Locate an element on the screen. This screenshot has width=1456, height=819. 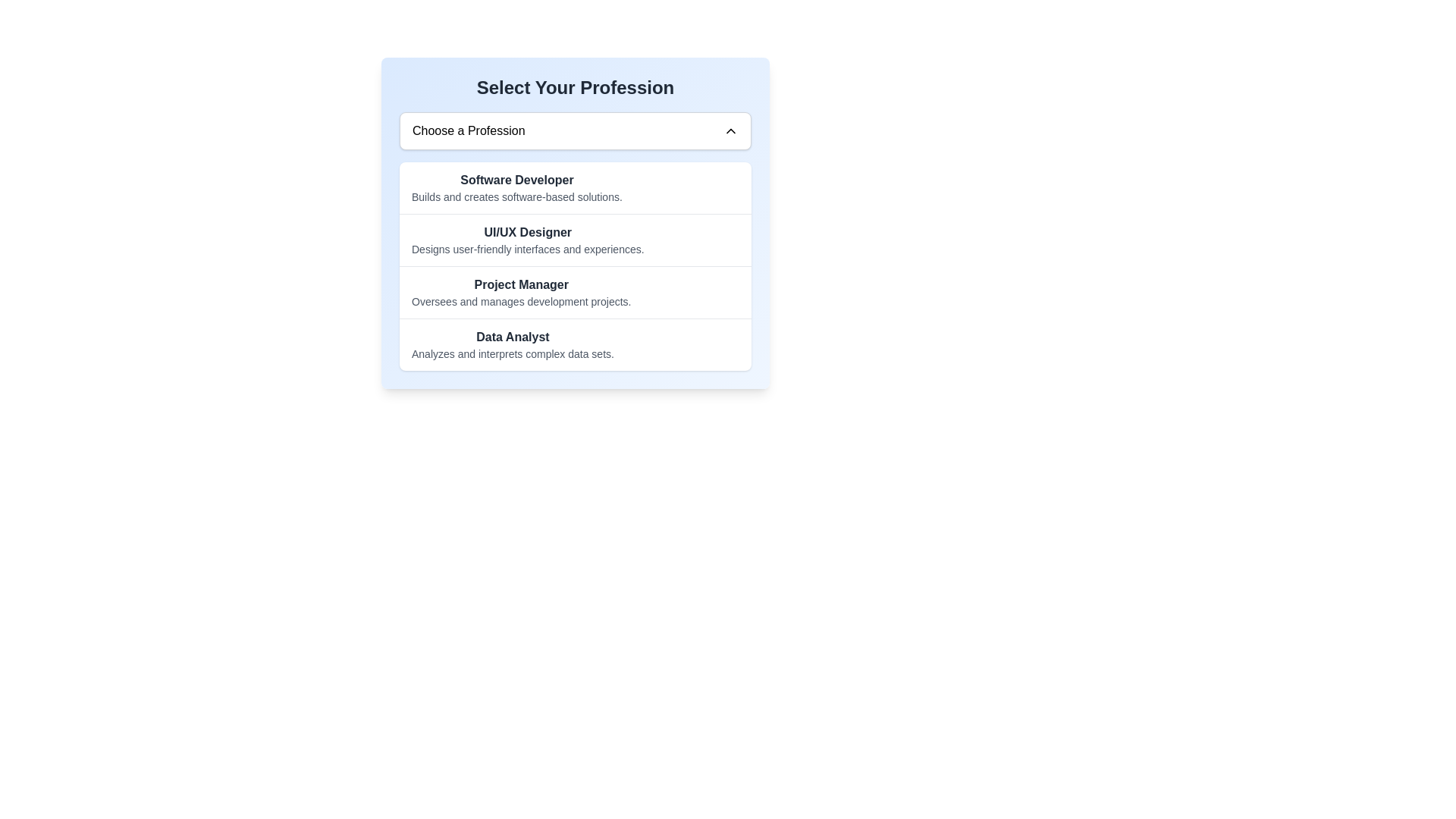
the list item displaying the title 'UI/UX Designer' and its description is located at coordinates (528, 239).